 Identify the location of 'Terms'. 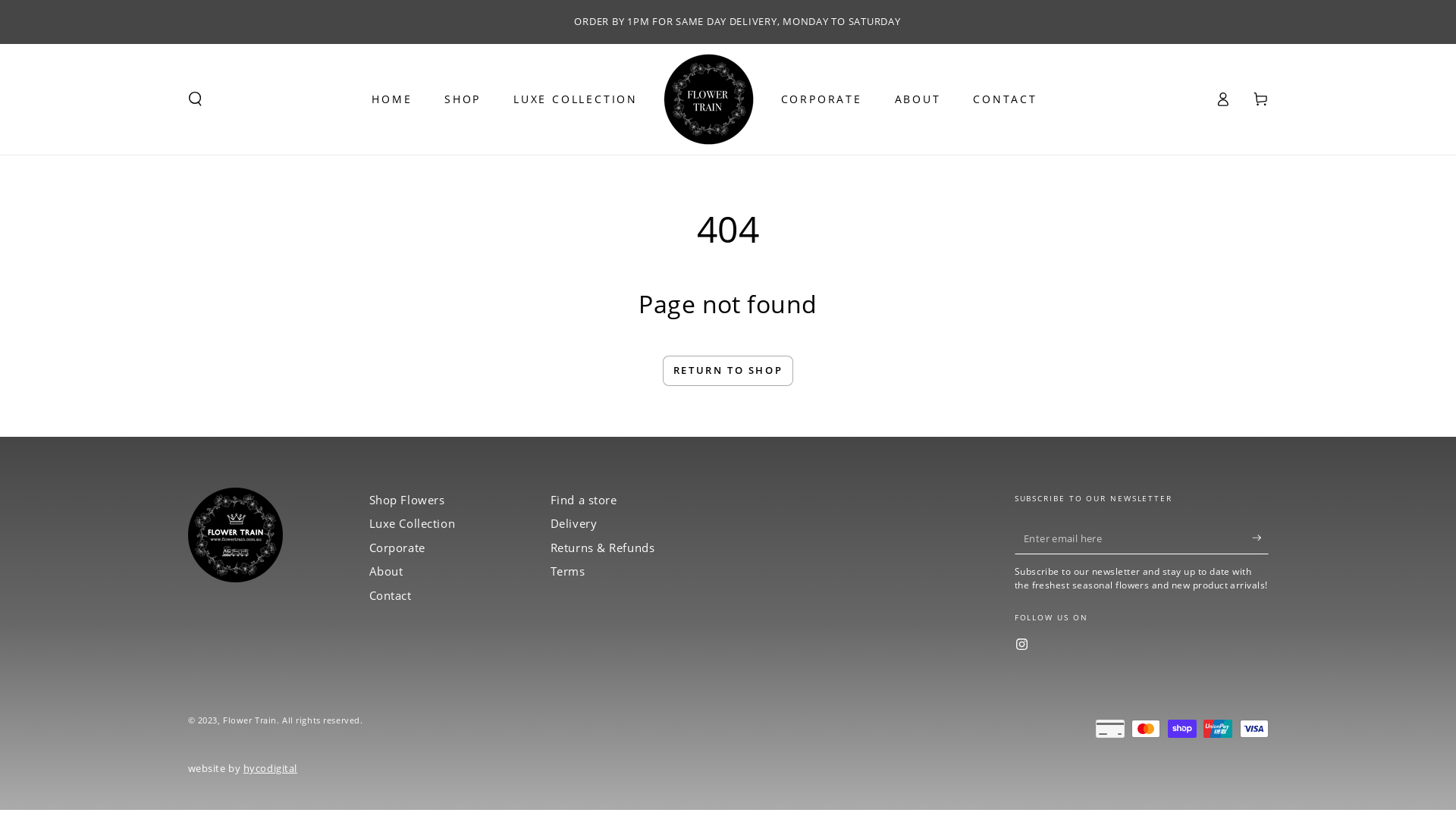
(549, 570).